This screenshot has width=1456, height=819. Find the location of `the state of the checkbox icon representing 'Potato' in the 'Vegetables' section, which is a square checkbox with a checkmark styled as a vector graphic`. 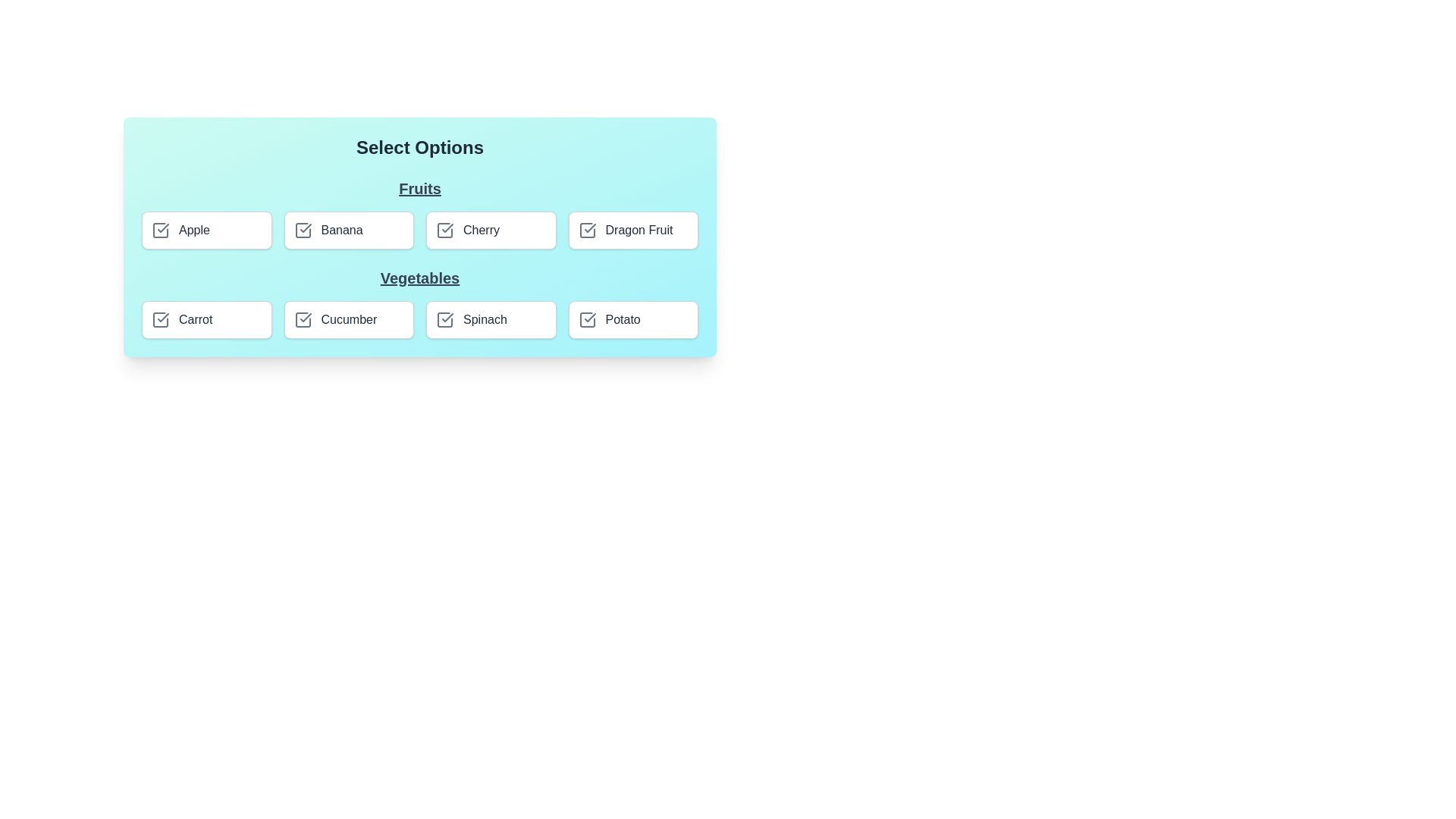

the state of the checkbox icon representing 'Potato' in the 'Vegetables' section, which is a square checkbox with a checkmark styled as a vector graphic is located at coordinates (586, 318).